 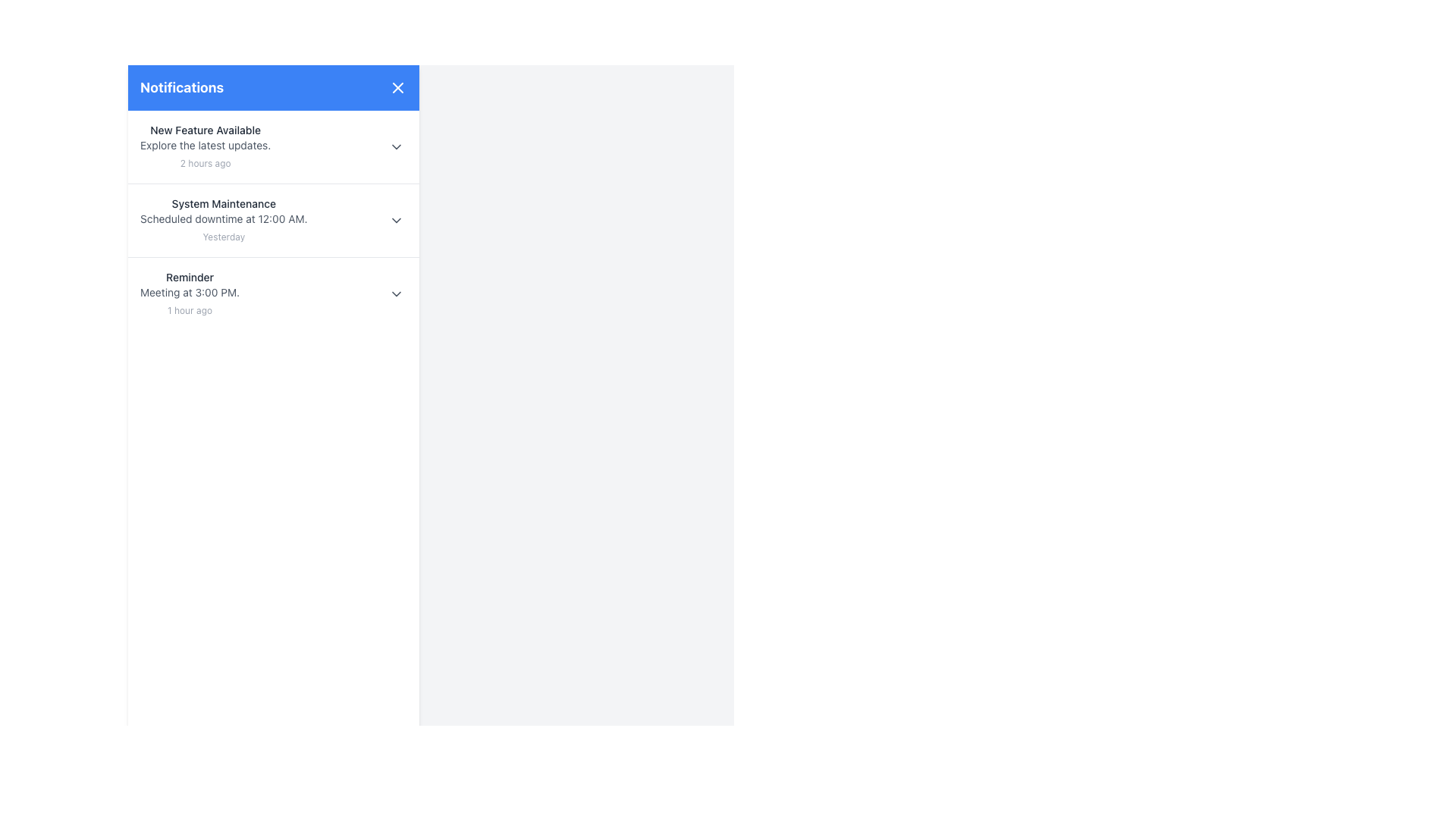 I want to click on the text label that says 'Meeting at 3:00 PM.' located below the heading 'Reminder' in the notification card, so click(x=189, y=292).